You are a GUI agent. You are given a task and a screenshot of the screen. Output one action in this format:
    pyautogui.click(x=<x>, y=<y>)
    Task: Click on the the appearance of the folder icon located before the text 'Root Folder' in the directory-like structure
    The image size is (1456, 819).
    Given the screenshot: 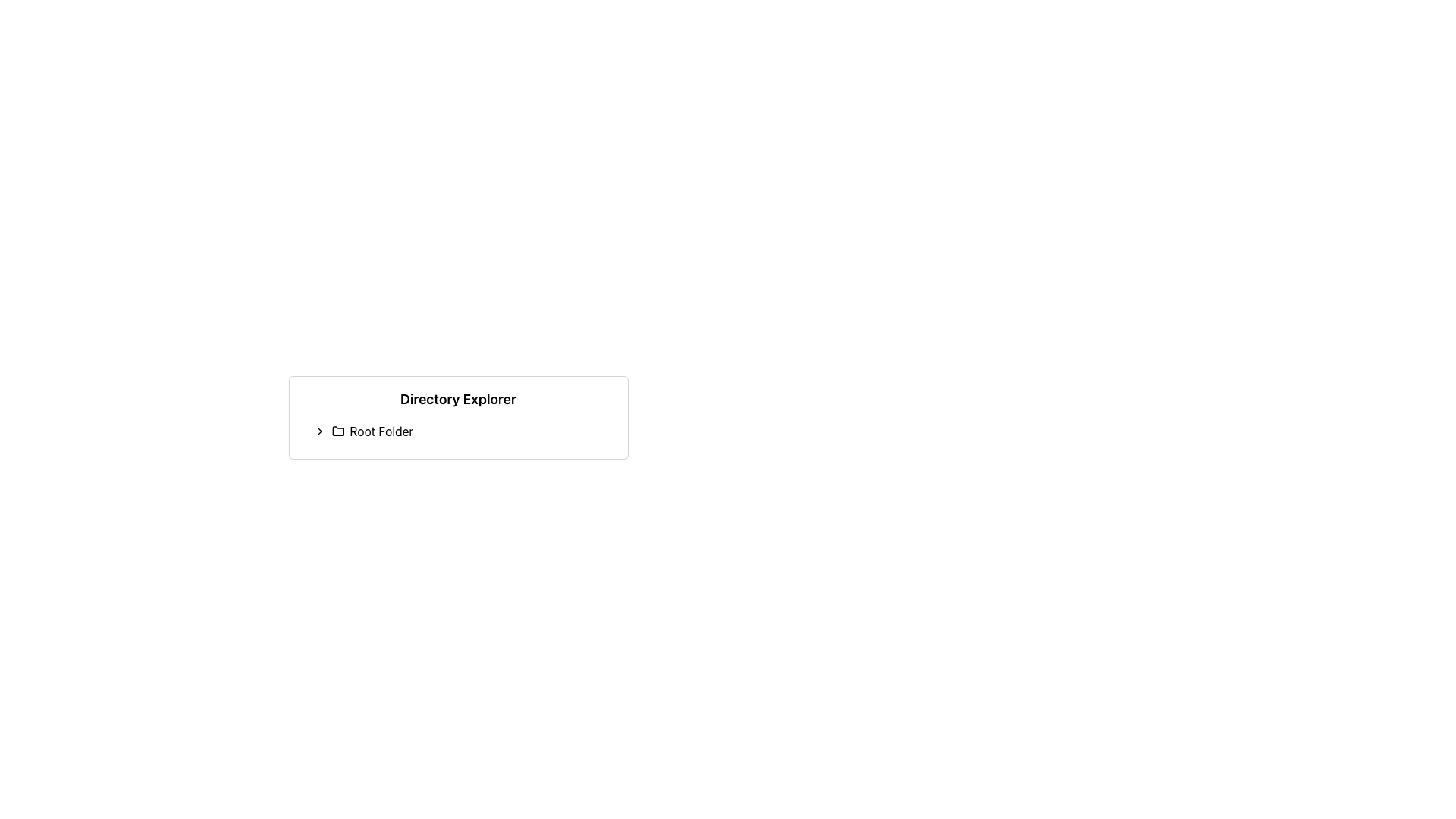 What is the action you would take?
    pyautogui.click(x=337, y=431)
    